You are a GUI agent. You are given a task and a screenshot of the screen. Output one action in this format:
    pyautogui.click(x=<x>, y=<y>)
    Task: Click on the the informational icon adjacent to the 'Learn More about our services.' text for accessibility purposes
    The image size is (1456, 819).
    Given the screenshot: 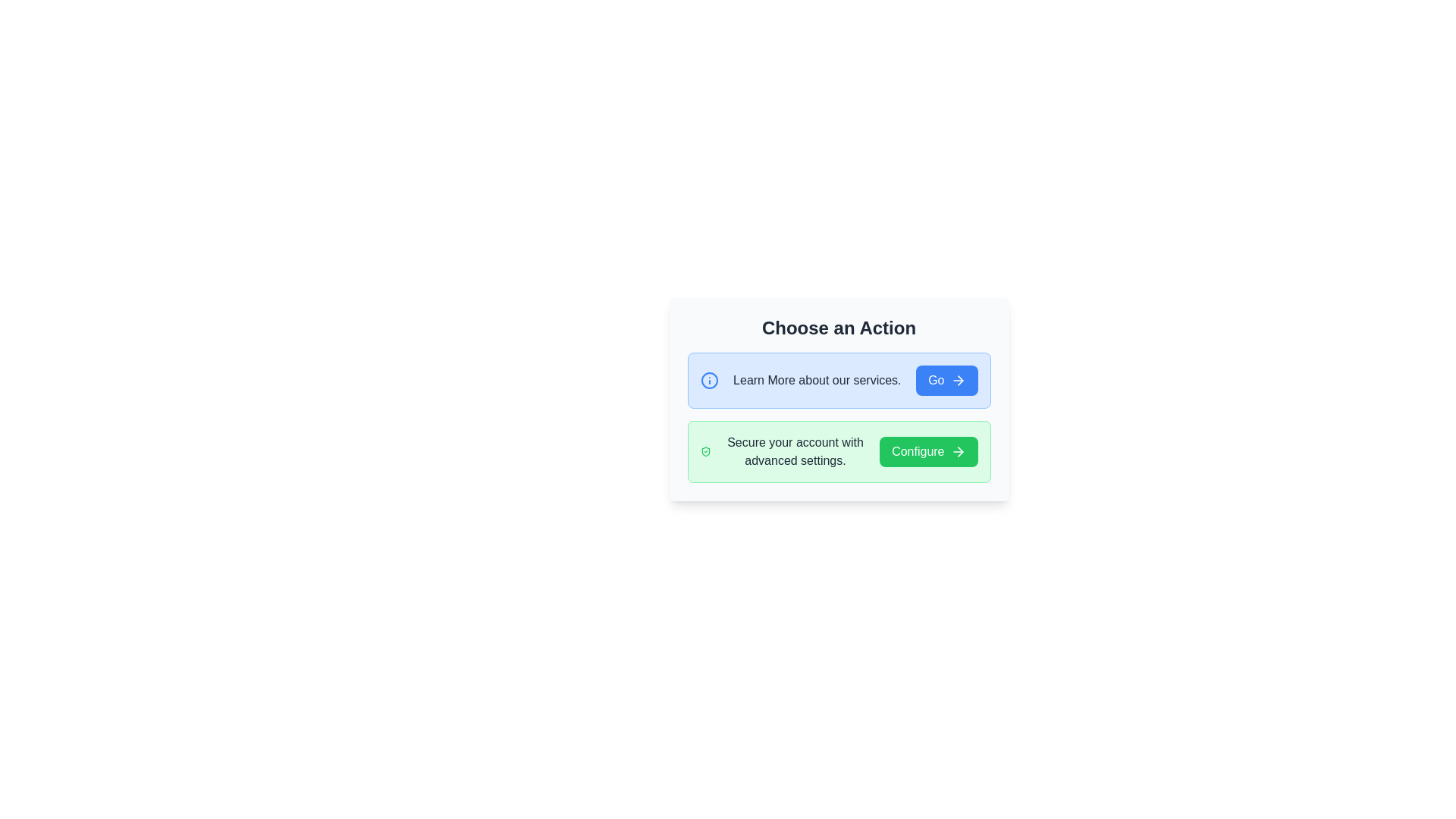 What is the action you would take?
    pyautogui.click(x=708, y=379)
    